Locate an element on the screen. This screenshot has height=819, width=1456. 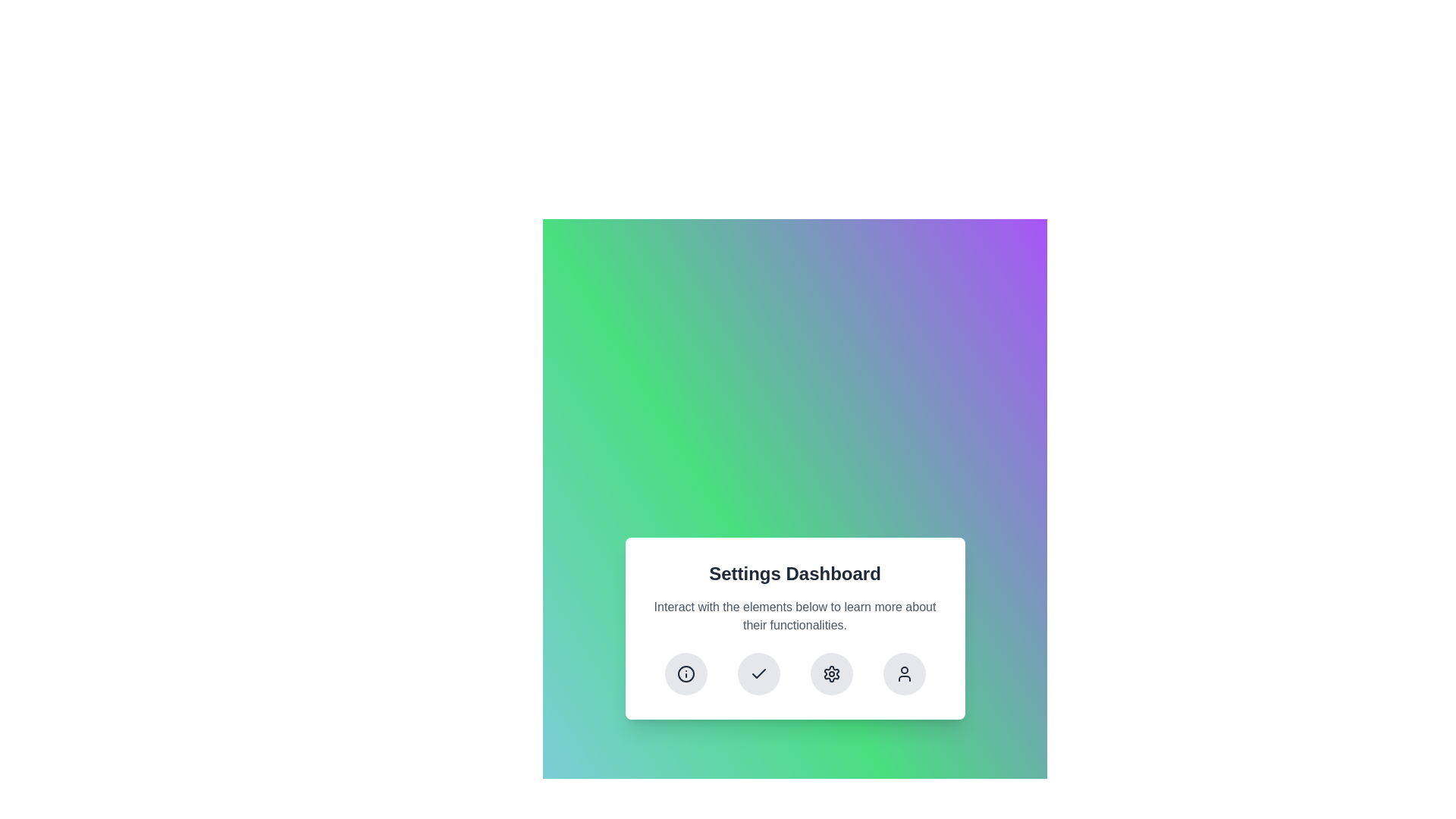
the confirmation button with a checkmark symbol located centrally among four icon-based buttons at the bottom of the 'Settings Dashboard' card is located at coordinates (758, 673).